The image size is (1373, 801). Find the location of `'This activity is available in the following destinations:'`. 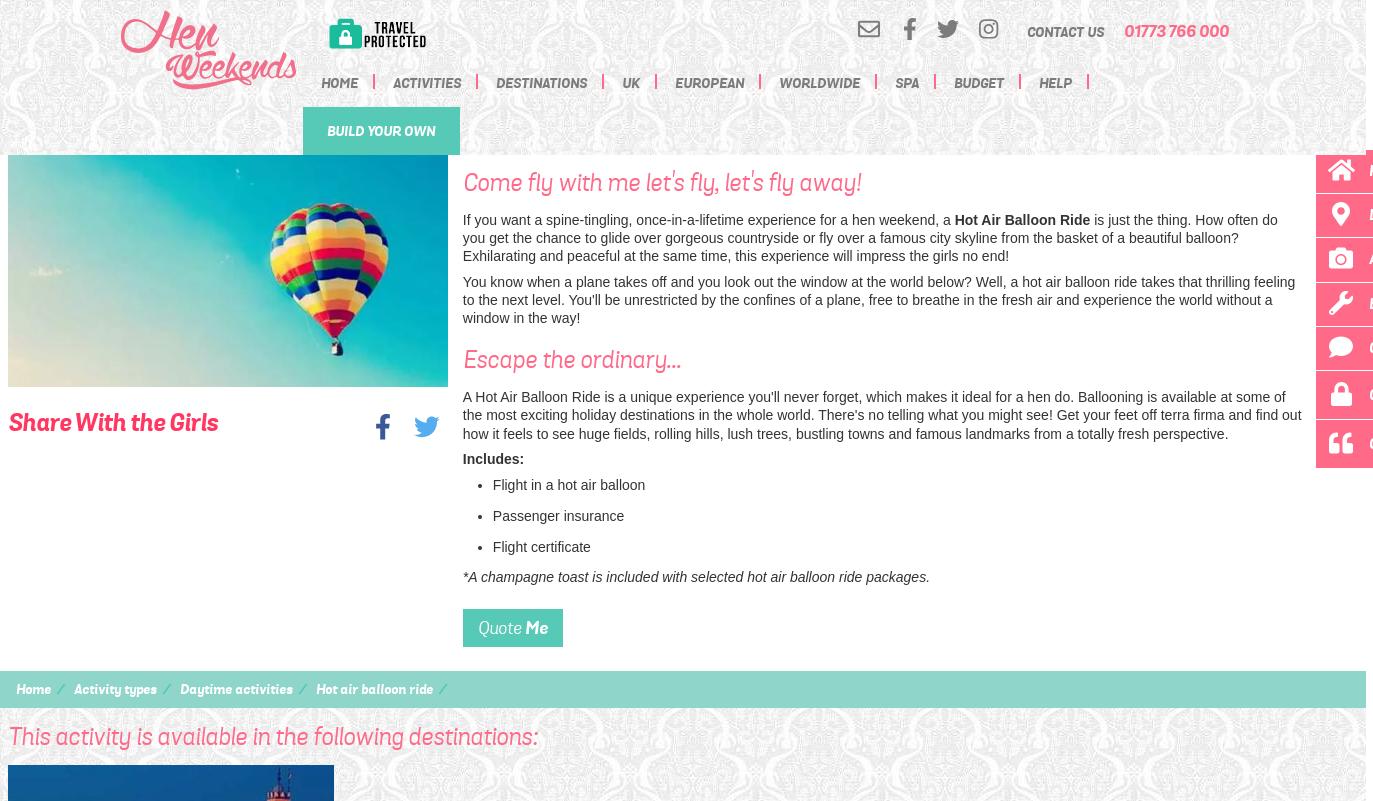

'This activity is available in the following destinations:' is located at coordinates (6, 736).